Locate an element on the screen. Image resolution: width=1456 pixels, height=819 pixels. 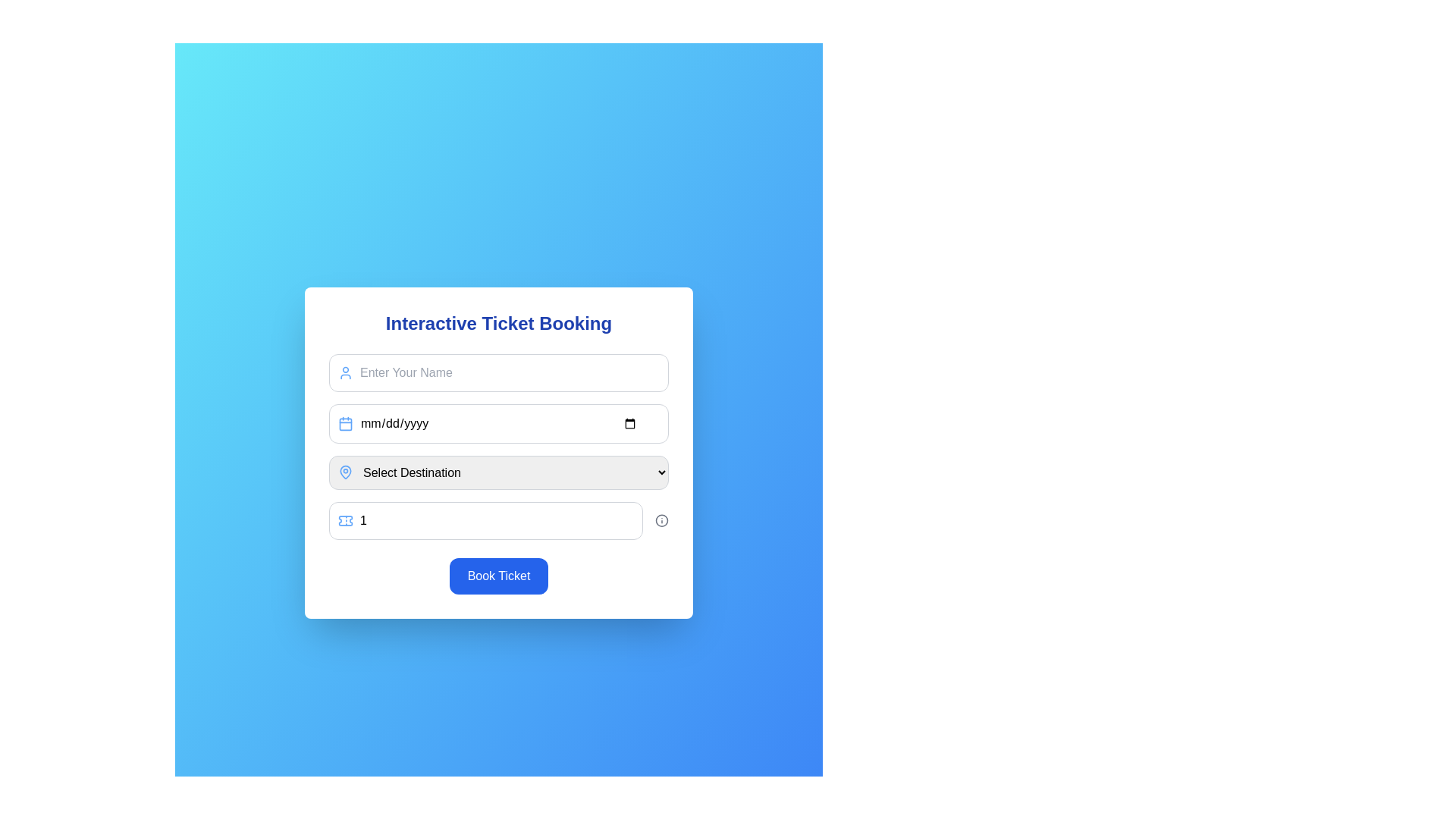
an option from the dropdown menu located below the date input field and above the numerical input field within the form is located at coordinates (498, 472).